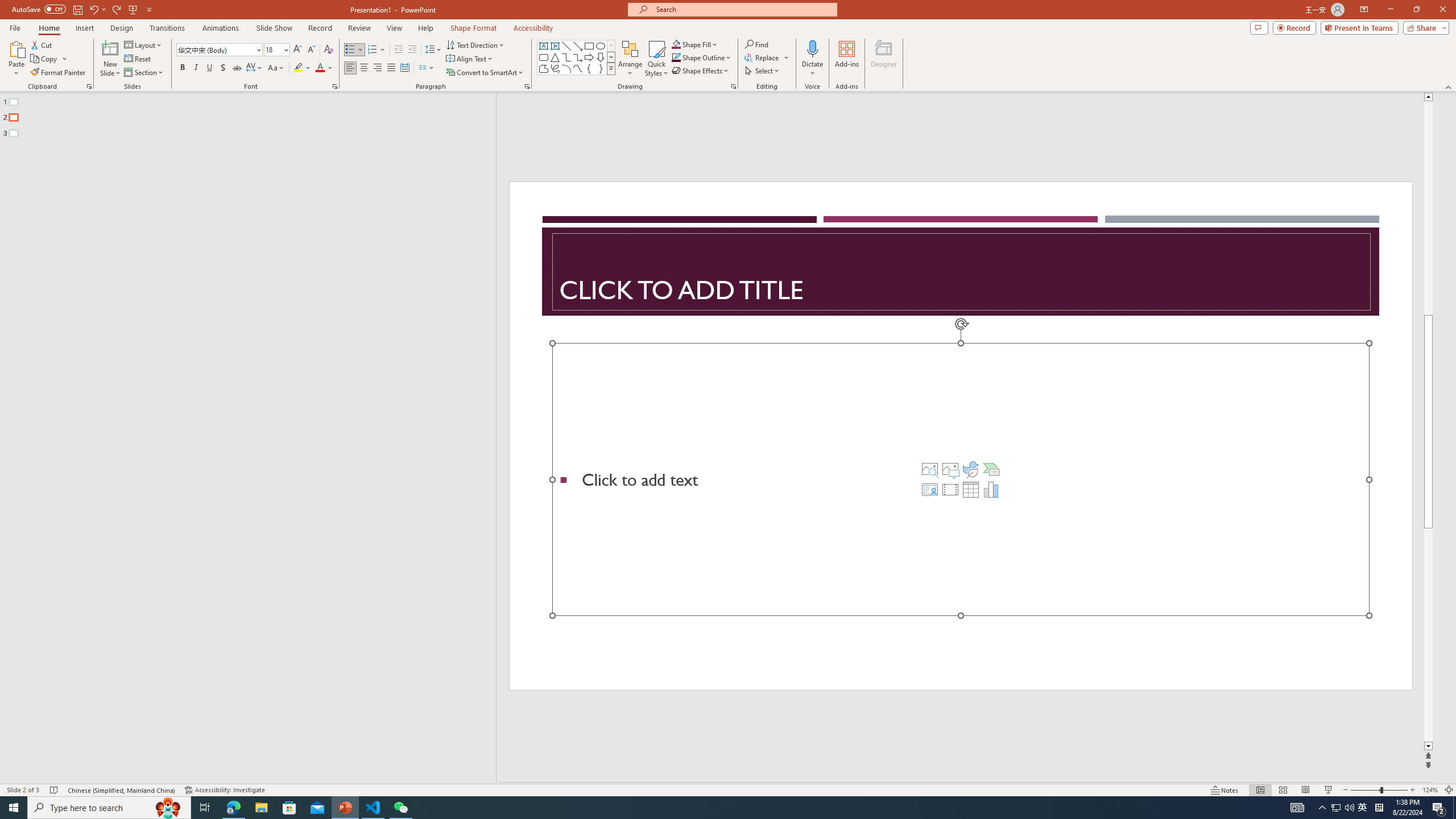  I want to click on 'Stock Images', so click(929, 469).